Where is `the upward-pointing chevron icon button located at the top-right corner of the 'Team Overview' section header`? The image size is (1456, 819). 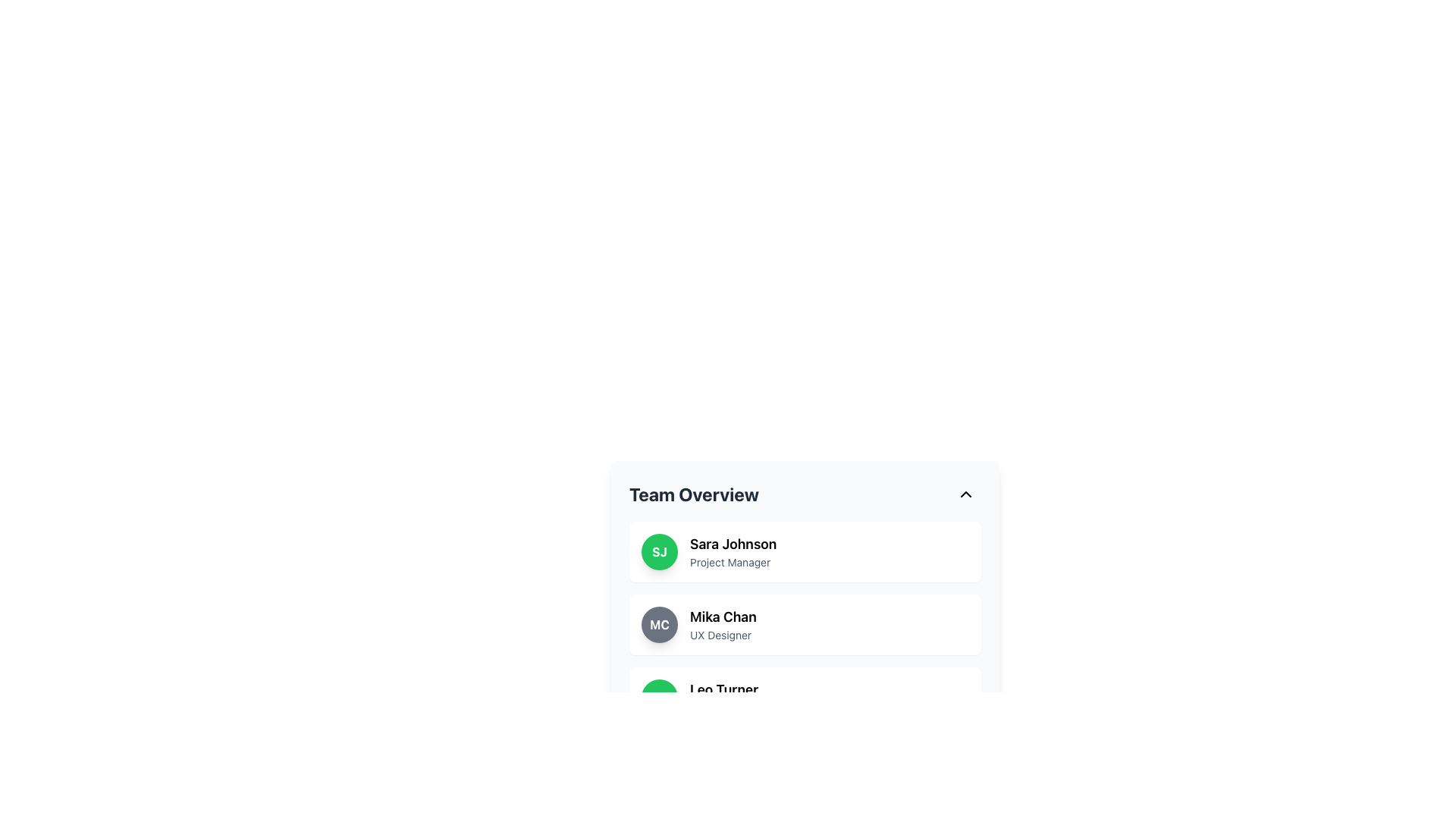 the upward-pointing chevron icon button located at the top-right corner of the 'Team Overview' section header is located at coordinates (965, 494).